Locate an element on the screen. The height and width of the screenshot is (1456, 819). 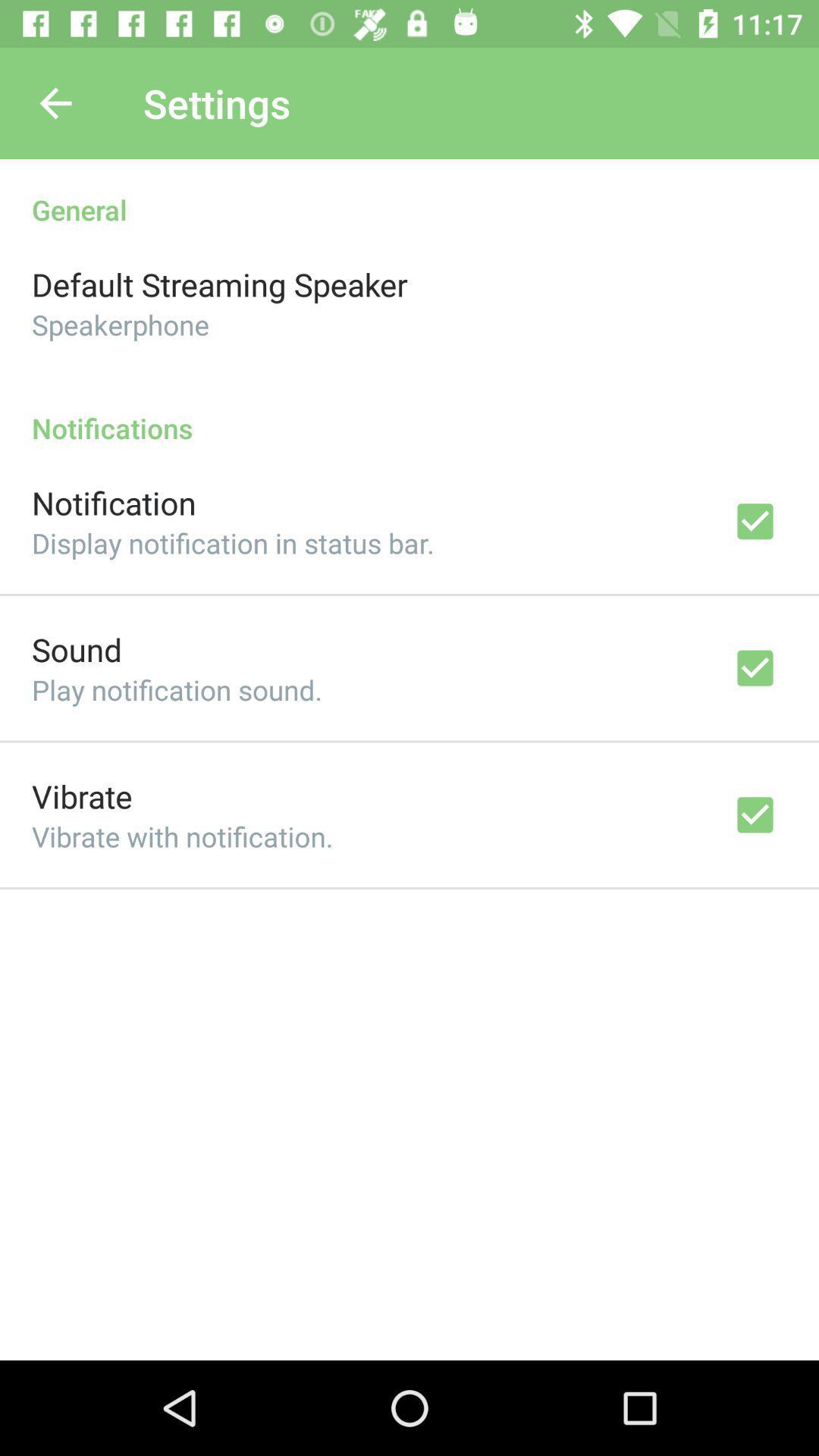
the icon above speakerphone is located at coordinates (219, 284).